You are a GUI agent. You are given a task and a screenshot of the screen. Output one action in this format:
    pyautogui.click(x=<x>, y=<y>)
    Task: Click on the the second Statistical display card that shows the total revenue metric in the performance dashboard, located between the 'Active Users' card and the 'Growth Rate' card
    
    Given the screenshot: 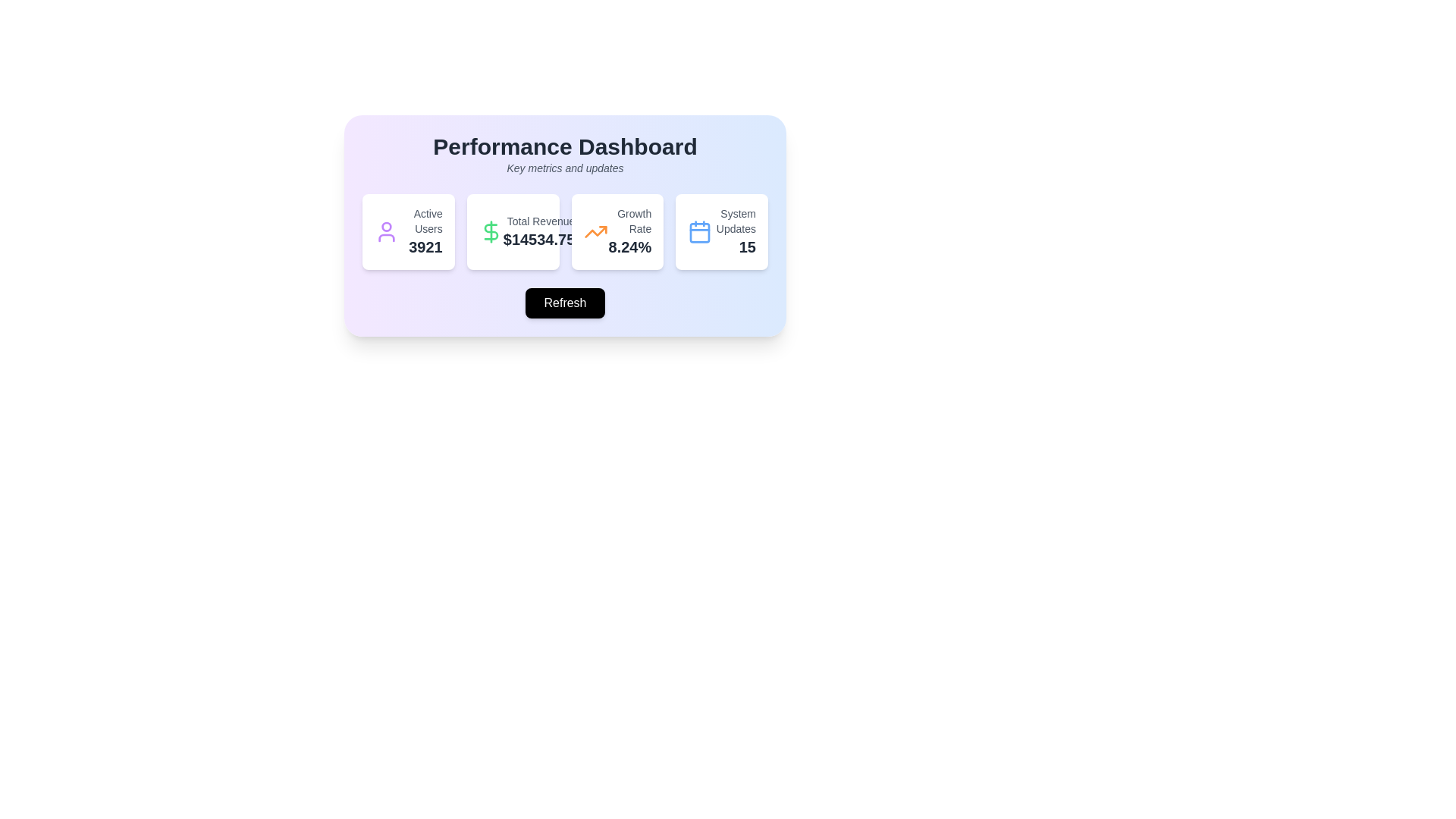 What is the action you would take?
    pyautogui.click(x=513, y=231)
    